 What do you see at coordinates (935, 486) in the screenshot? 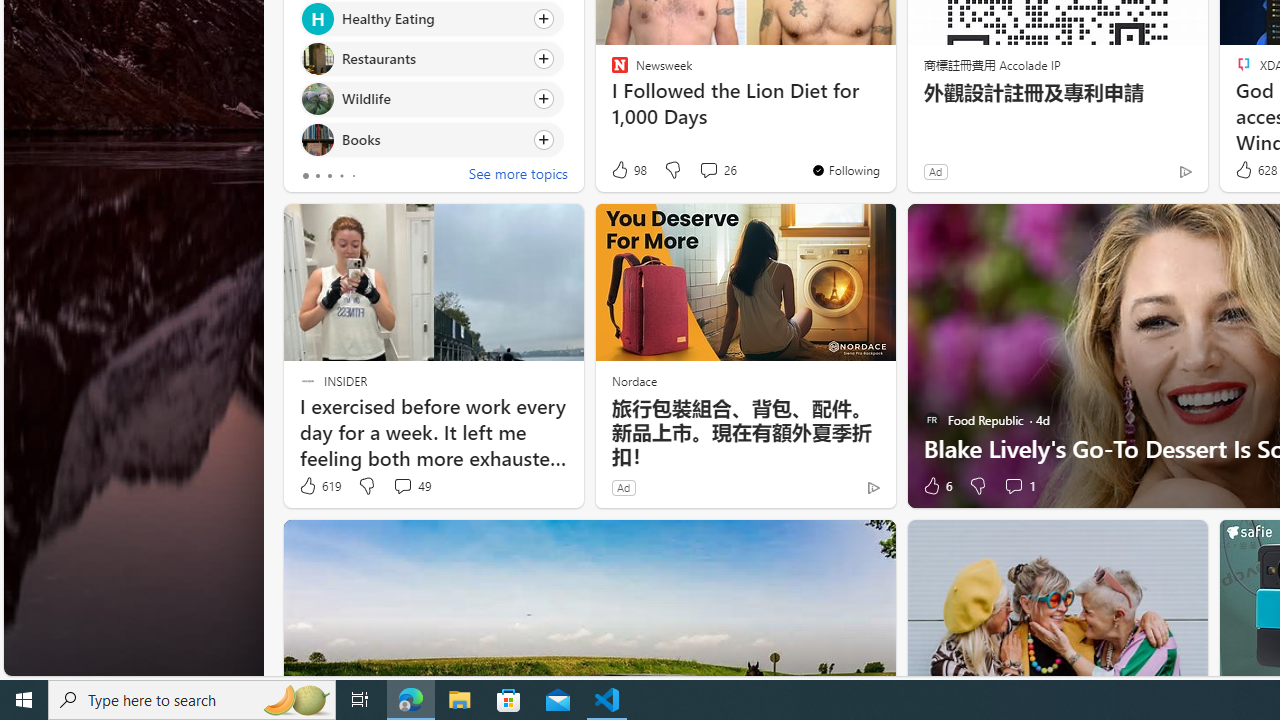
I see `'6 Like'` at bounding box center [935, 486].